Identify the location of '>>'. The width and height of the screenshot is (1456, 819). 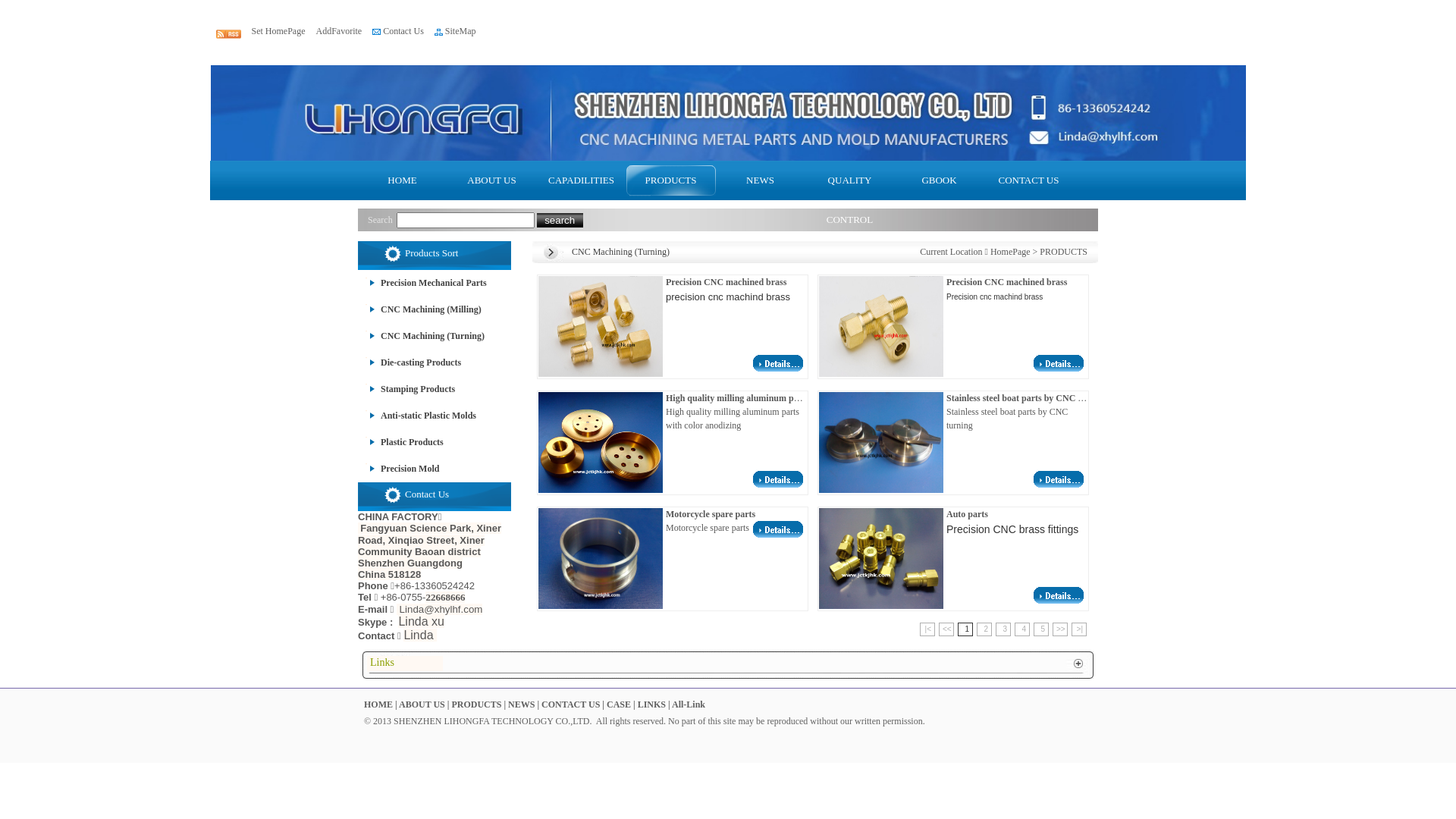
(1059, 629).